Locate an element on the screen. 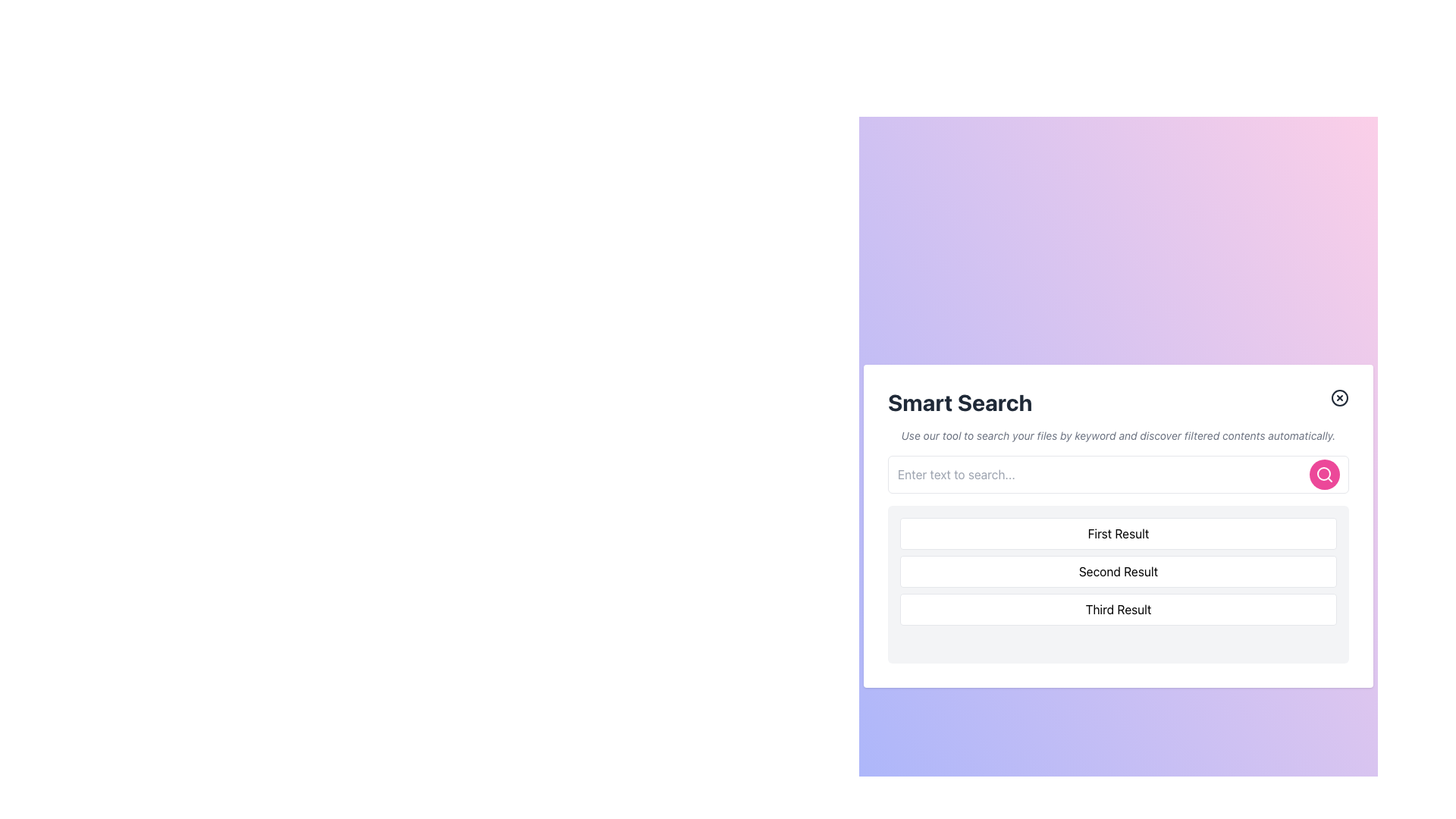 This screenshot has height=819, width=1456. the first List Item in a vertical list of results is located at coordinates (1118, 533).